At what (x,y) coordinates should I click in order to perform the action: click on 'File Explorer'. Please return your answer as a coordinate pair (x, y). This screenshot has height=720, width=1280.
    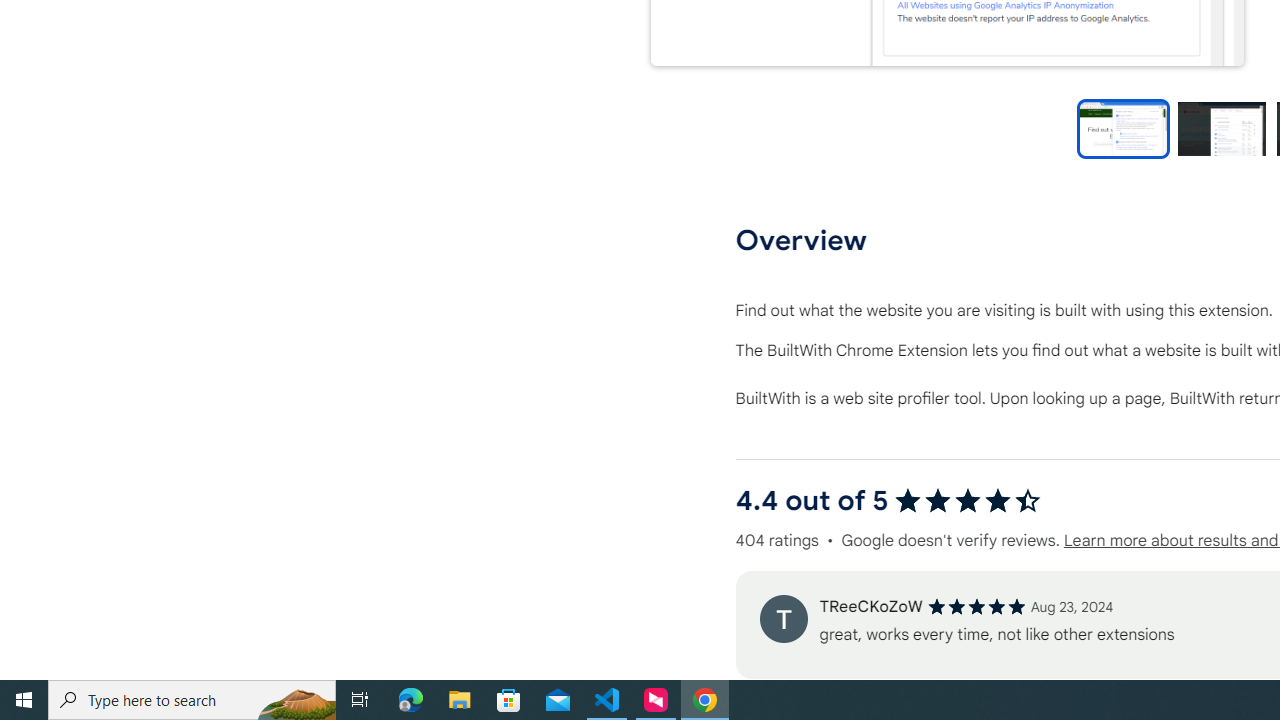
    Looking at the image, I should click on (459, 698).